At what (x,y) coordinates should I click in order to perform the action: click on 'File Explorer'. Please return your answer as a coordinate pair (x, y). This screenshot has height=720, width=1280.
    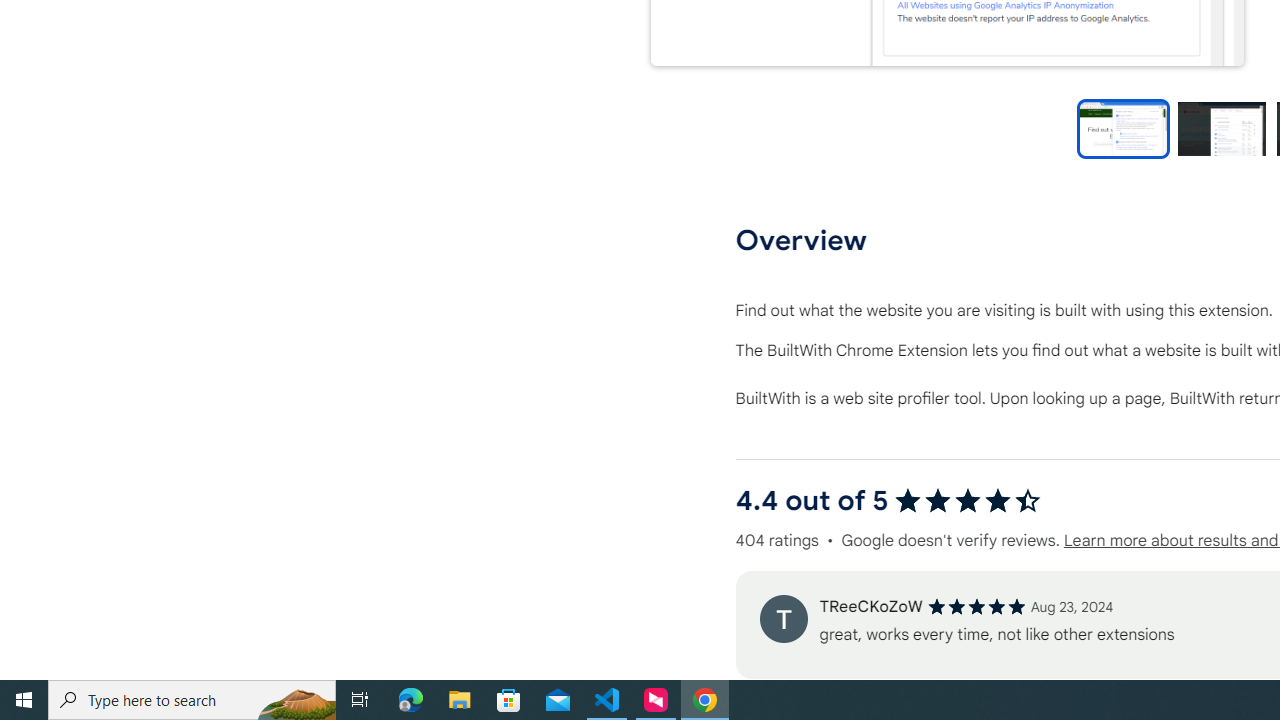
    Looking at the image, I should click on (459, 698).